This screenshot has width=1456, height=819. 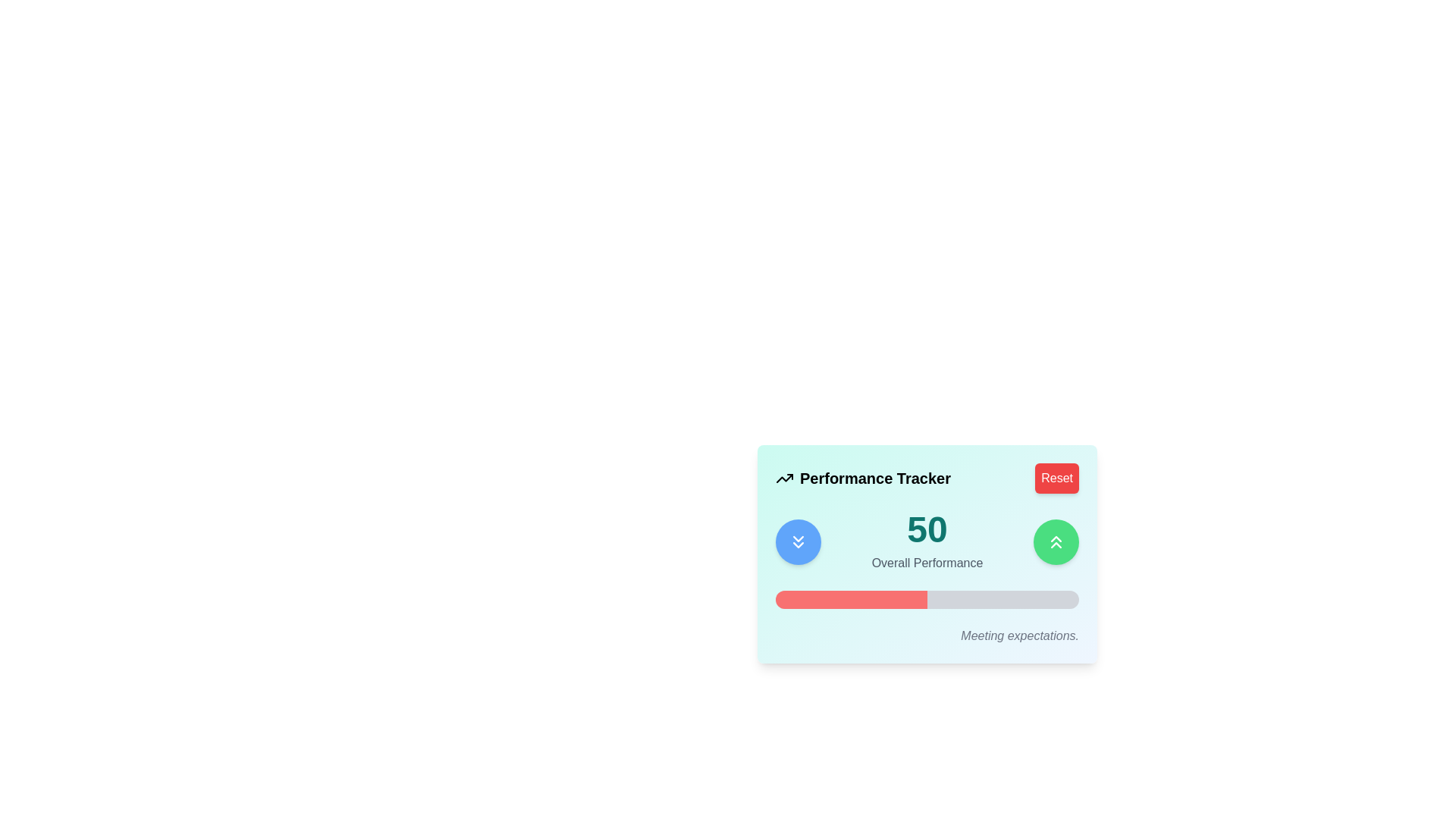 I want to click on the rounded green button labeled with 'Increase Value', so click(x=1055, y=541).